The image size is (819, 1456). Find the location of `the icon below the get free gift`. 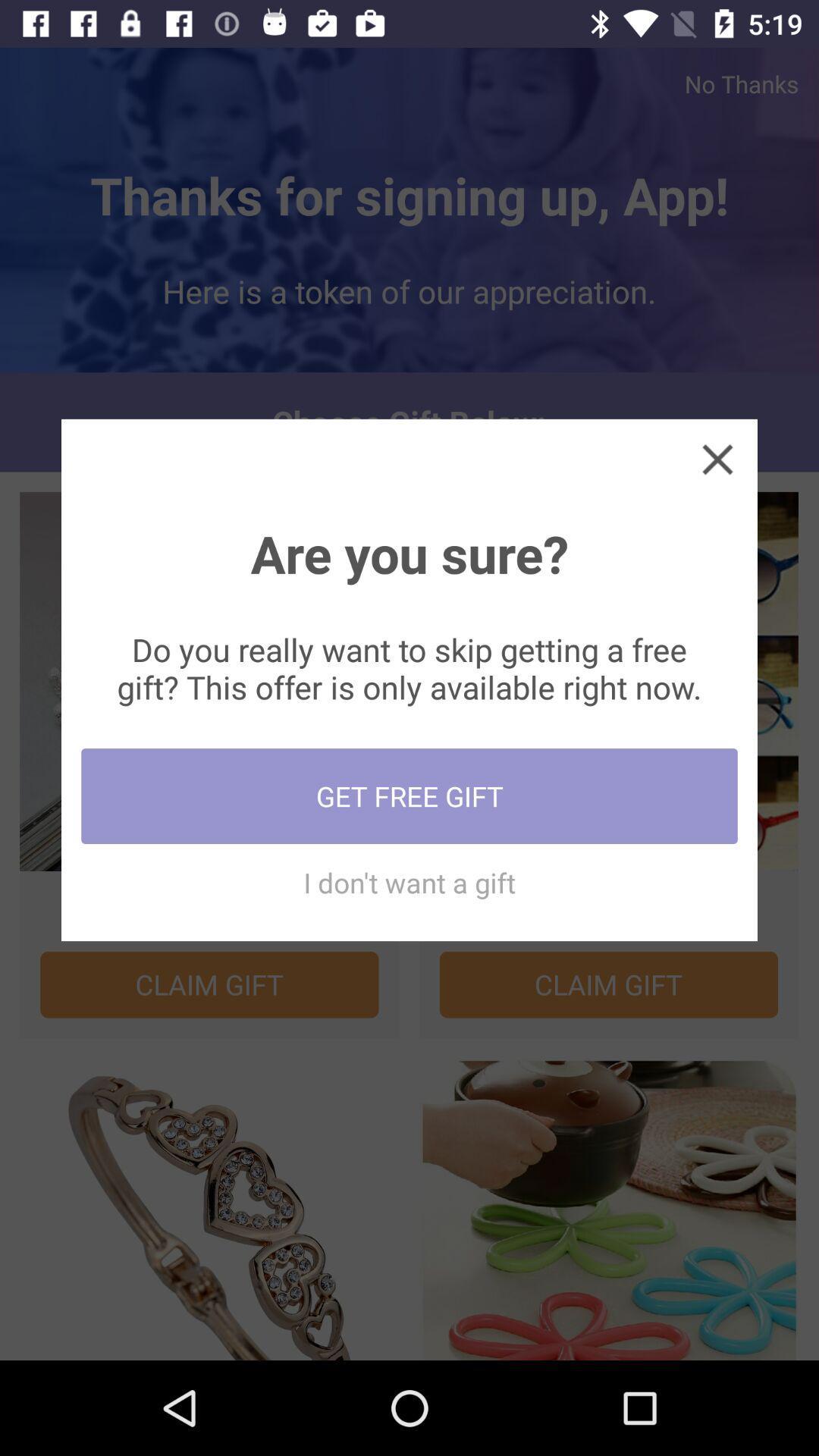

the icon below the get free gift is located at coordinates (409, 882).